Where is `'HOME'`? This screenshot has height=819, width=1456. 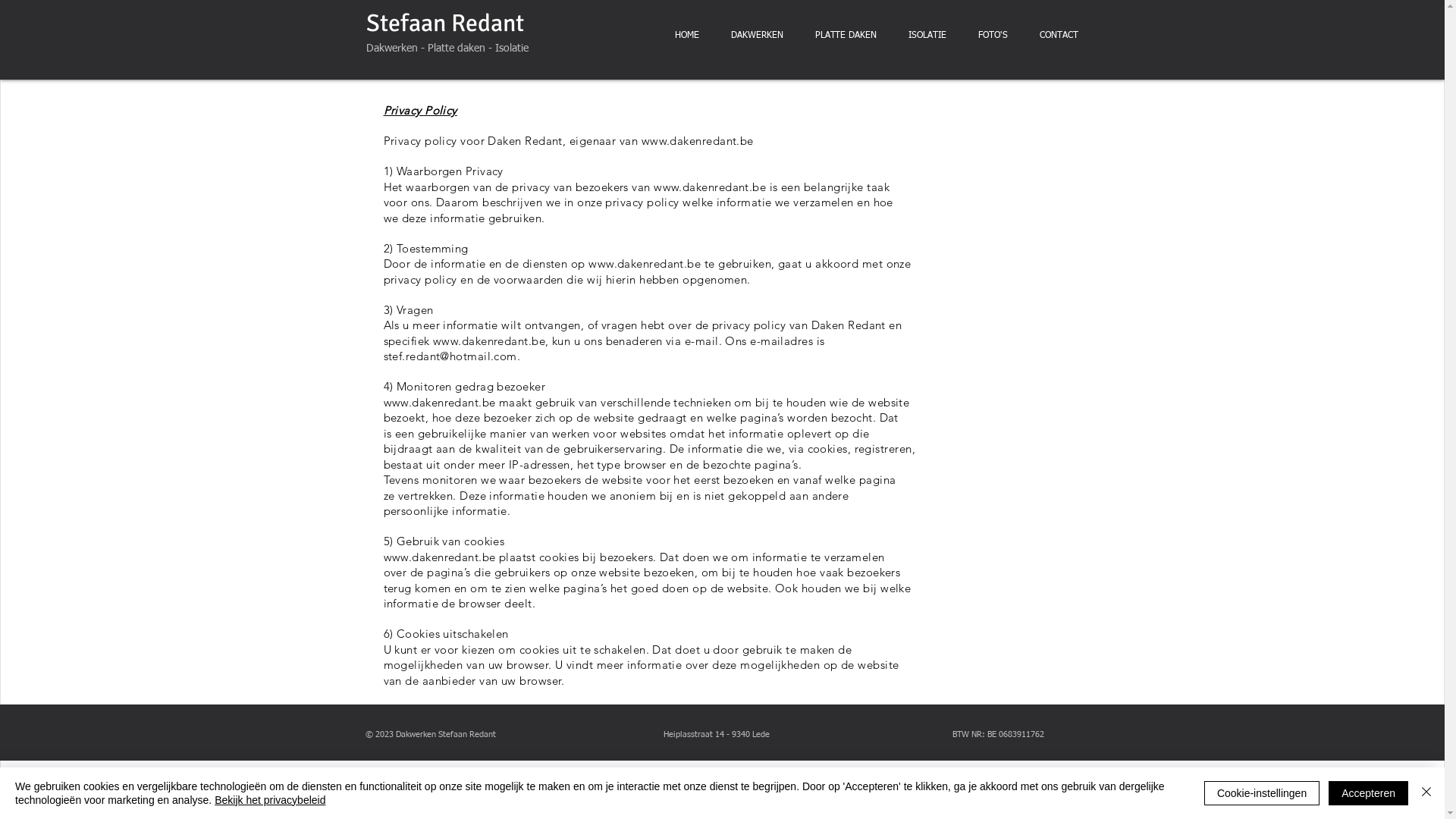
'HOME' is located at coordinates (686, 35).